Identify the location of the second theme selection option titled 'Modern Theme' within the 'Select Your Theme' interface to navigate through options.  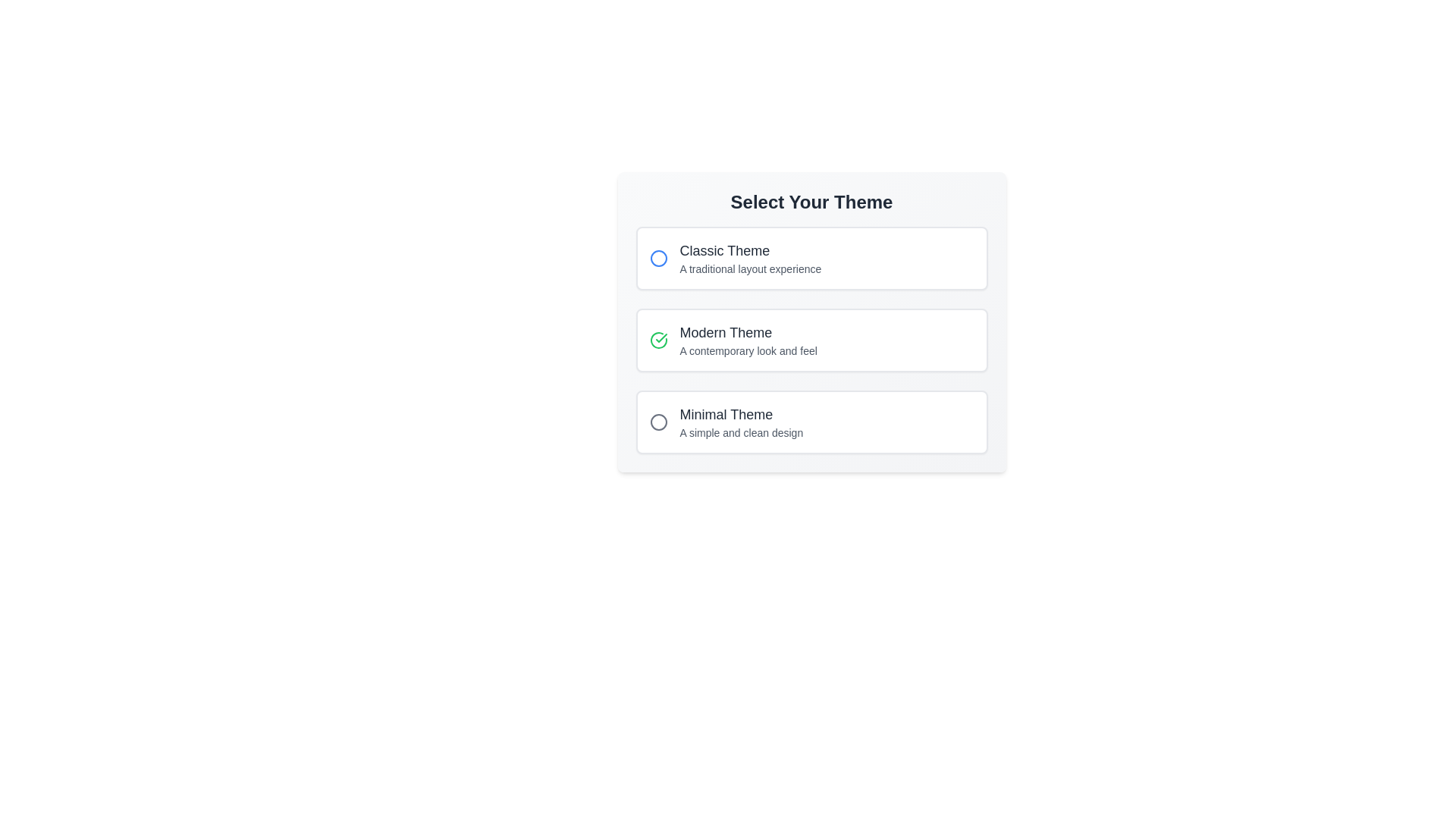
(811, 339).